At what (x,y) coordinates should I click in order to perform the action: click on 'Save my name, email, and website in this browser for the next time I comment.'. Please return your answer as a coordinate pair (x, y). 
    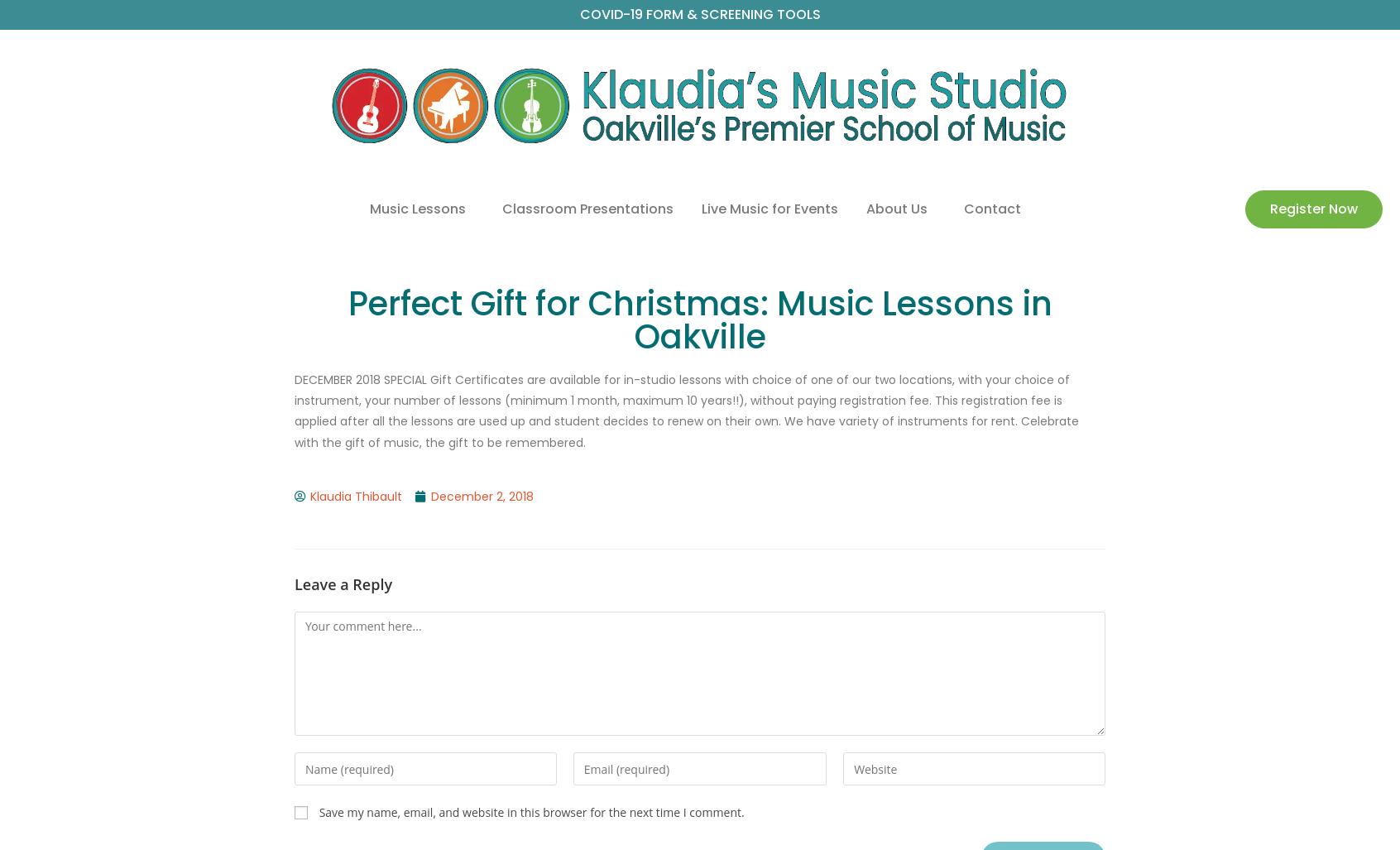
    Looking at the image, I should click on (530, 811).